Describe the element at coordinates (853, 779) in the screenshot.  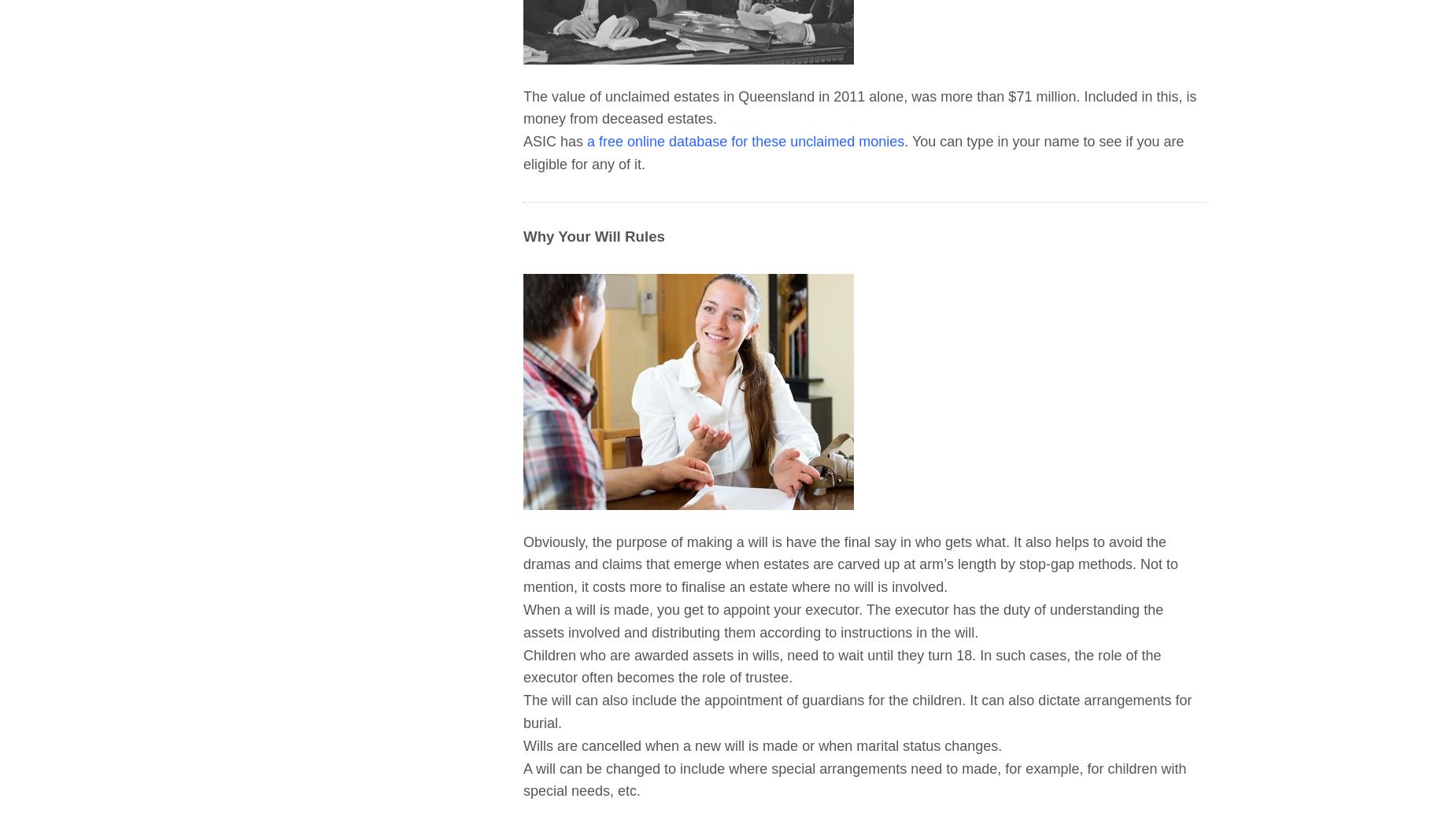
I see `'A will can be changed to include where special arrangements need to made, for example, for children with special needs, etc.'` at that location.